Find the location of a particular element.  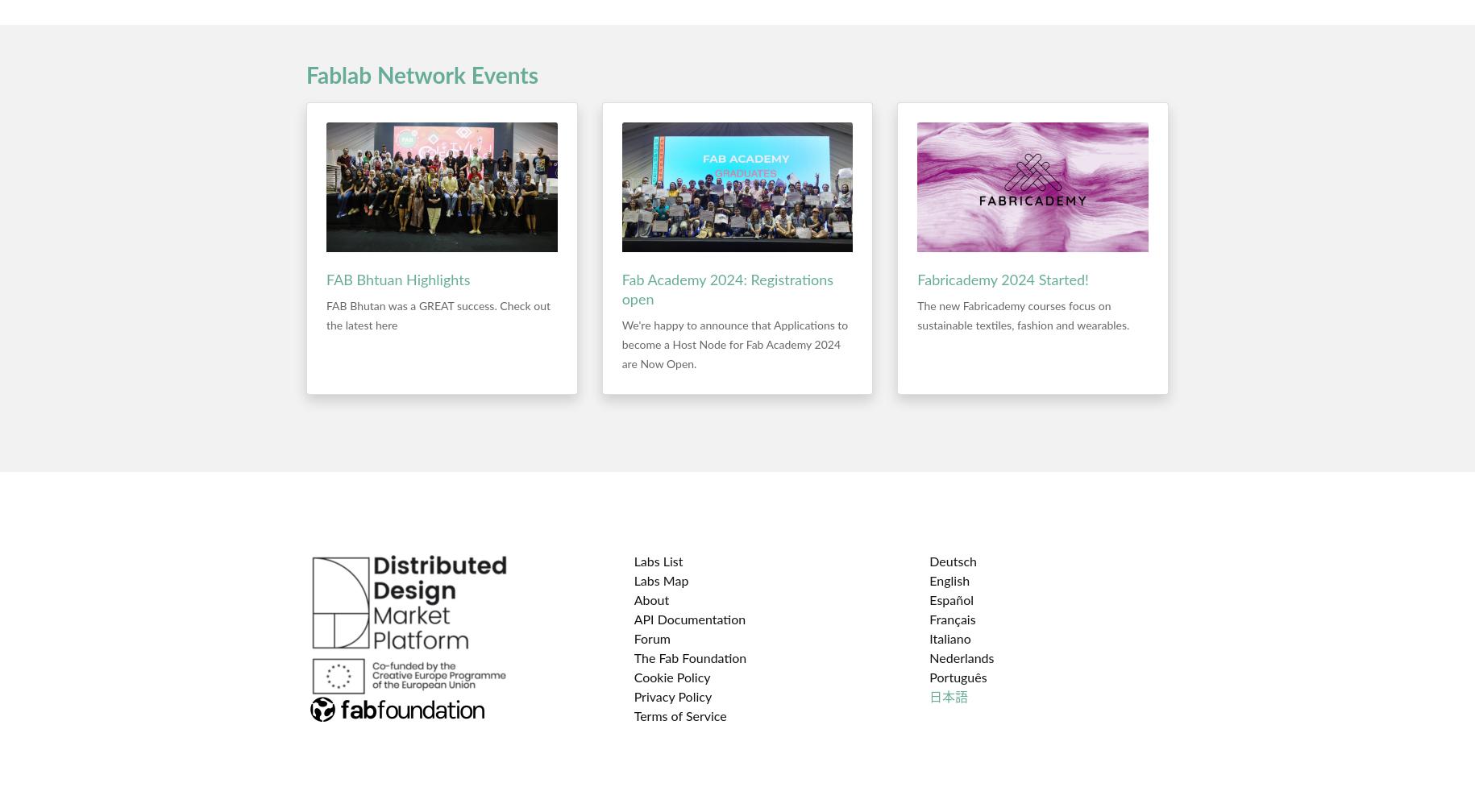

'Deutsch' is located at coordinates (951, 562).